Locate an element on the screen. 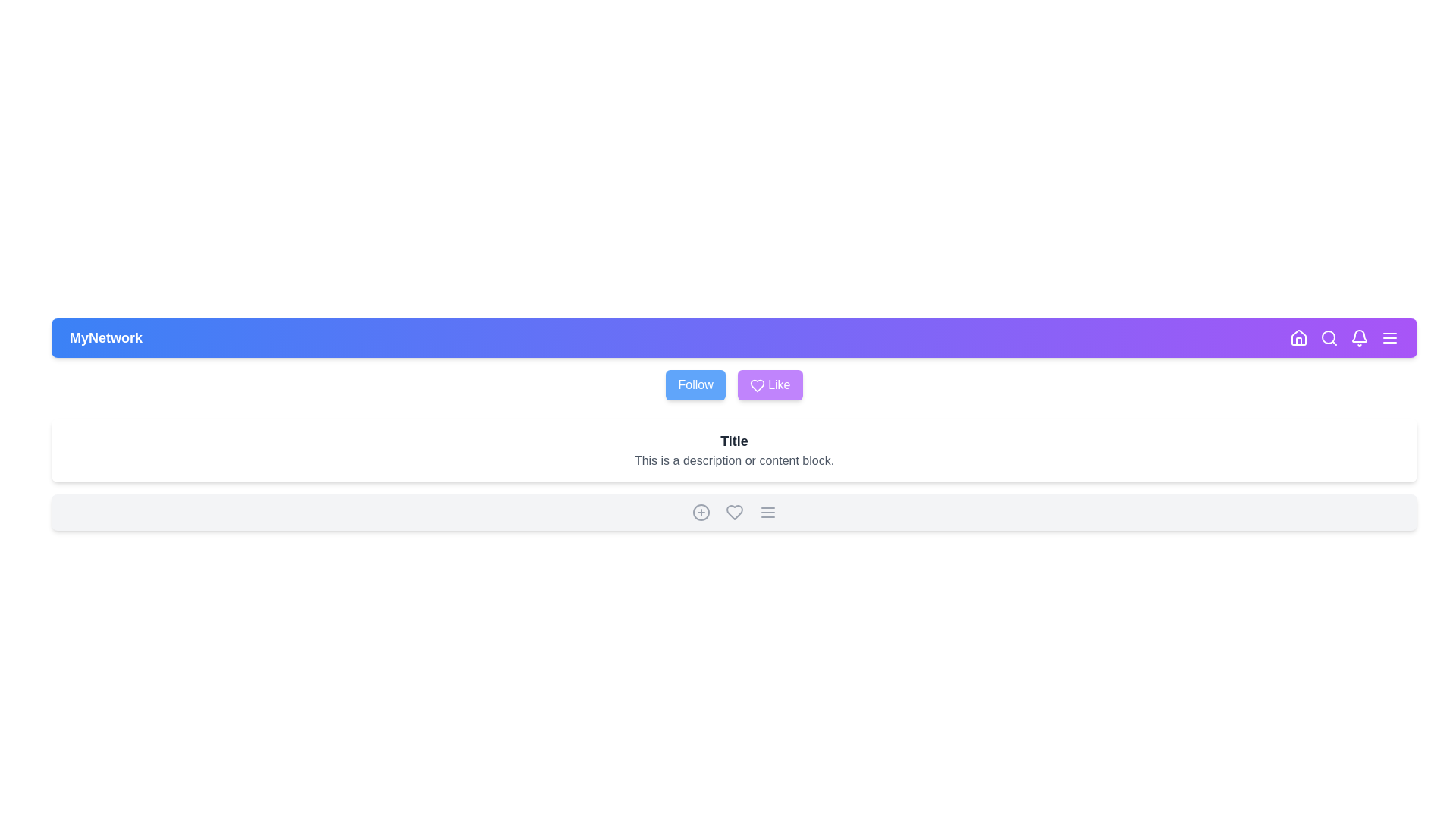 The height and width of the screenshot is (819, 1456). the menu button located at the far-right end of the purple header bar, which is the fifth icon is located at coordinates (1390, 337).